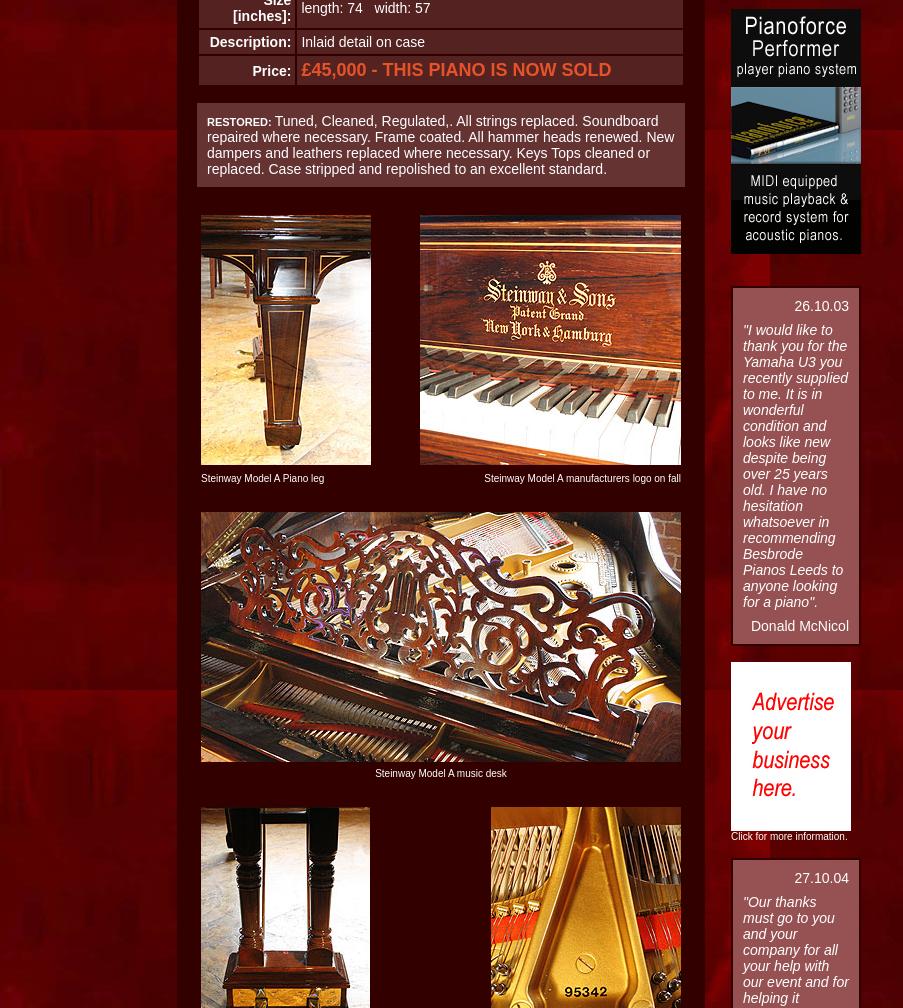 This screenshot has width=903, height=1008. Describe the element at coordinates (484, 478) in the screenshot. I see `'Steinway Model A manufacturers logo on fall'` at that location.